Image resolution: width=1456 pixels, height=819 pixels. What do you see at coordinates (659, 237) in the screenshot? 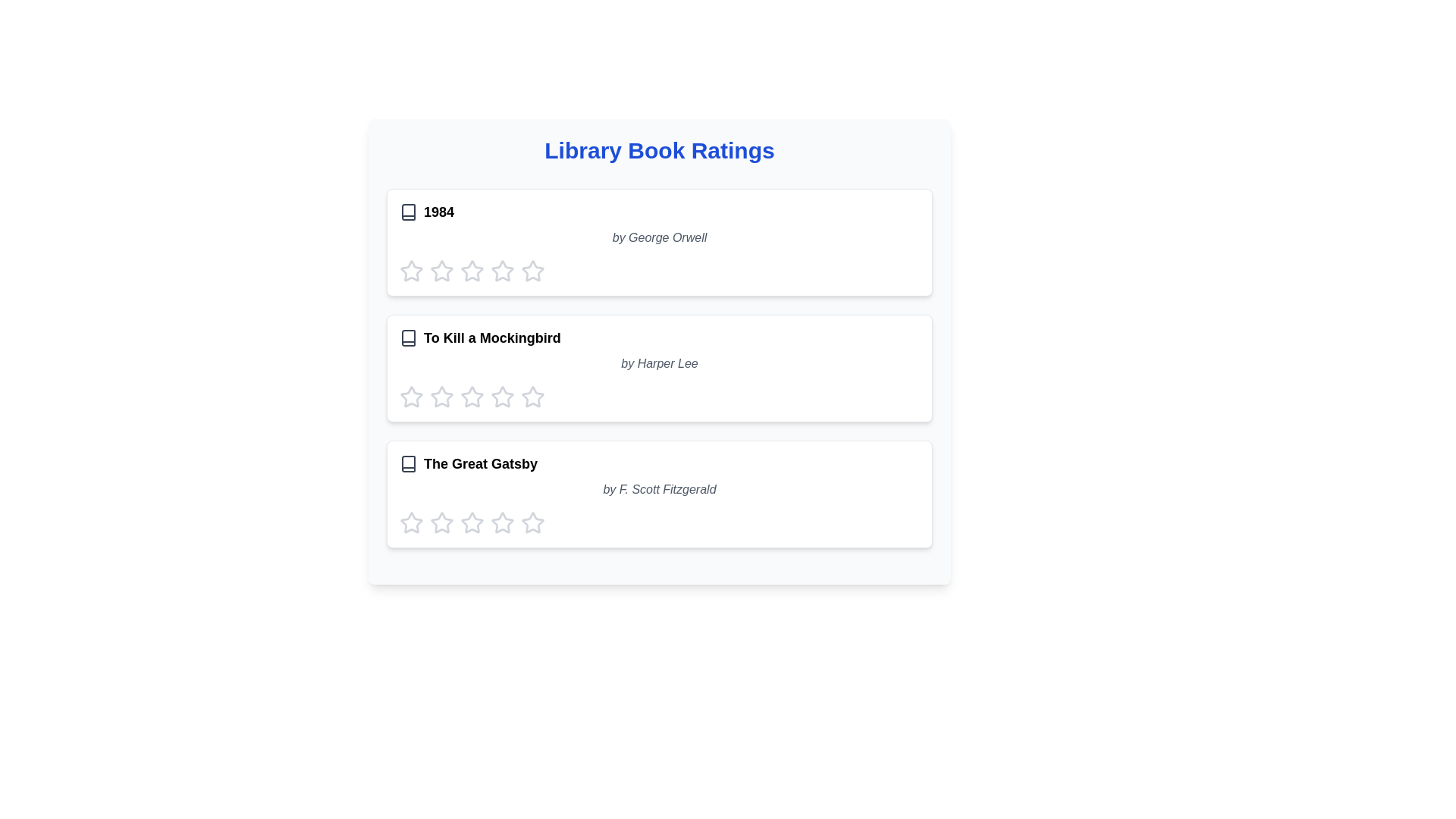
I see `the text label displaying the author of the book '1984', located in the first card of book ratings, beneath the book title and above the rating stars` at bounding box center [659, 237].